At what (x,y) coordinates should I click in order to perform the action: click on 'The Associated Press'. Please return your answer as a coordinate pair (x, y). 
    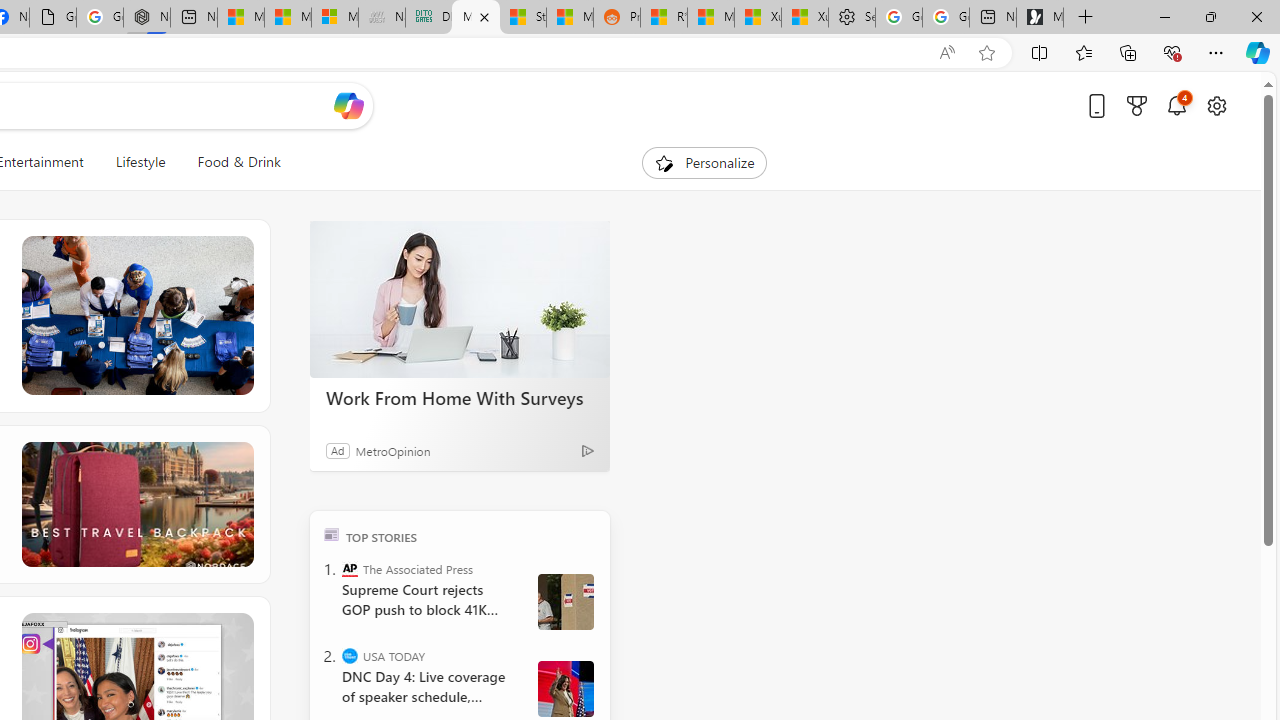
    Looking at the image, I should click on (350, 568).